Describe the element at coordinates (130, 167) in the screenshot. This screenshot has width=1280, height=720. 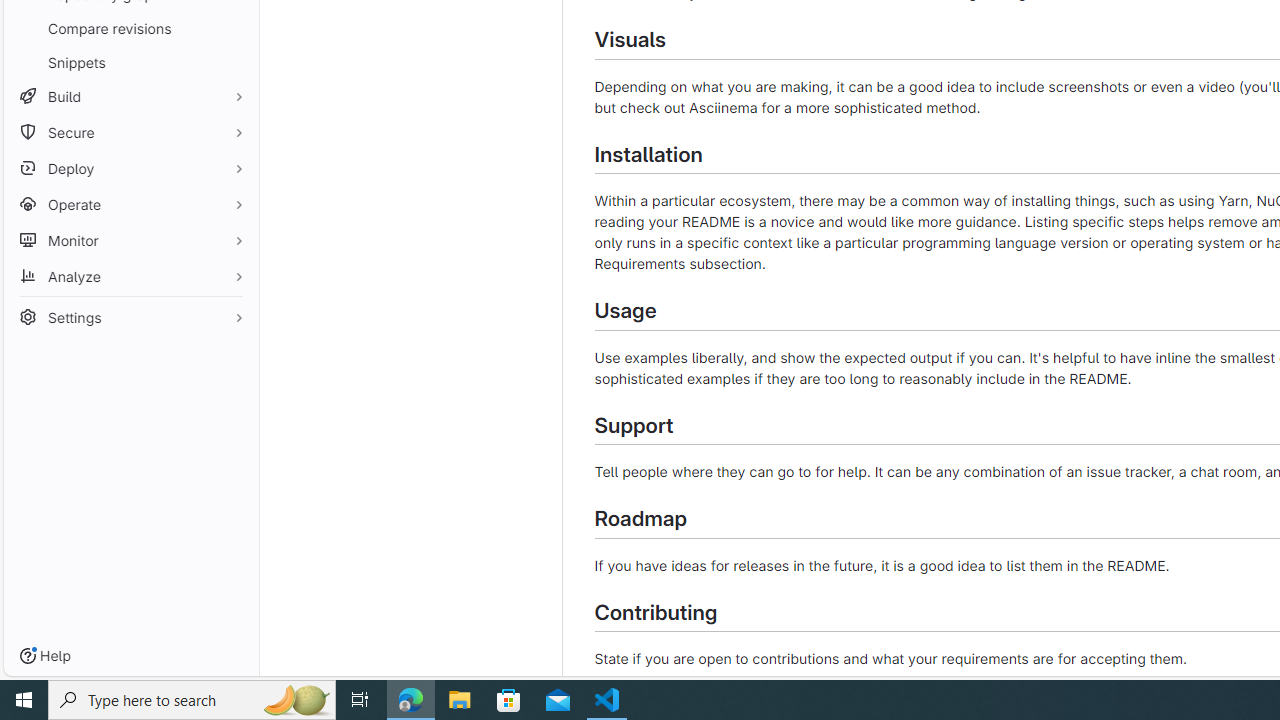
I see `'Deploy'` at that location.